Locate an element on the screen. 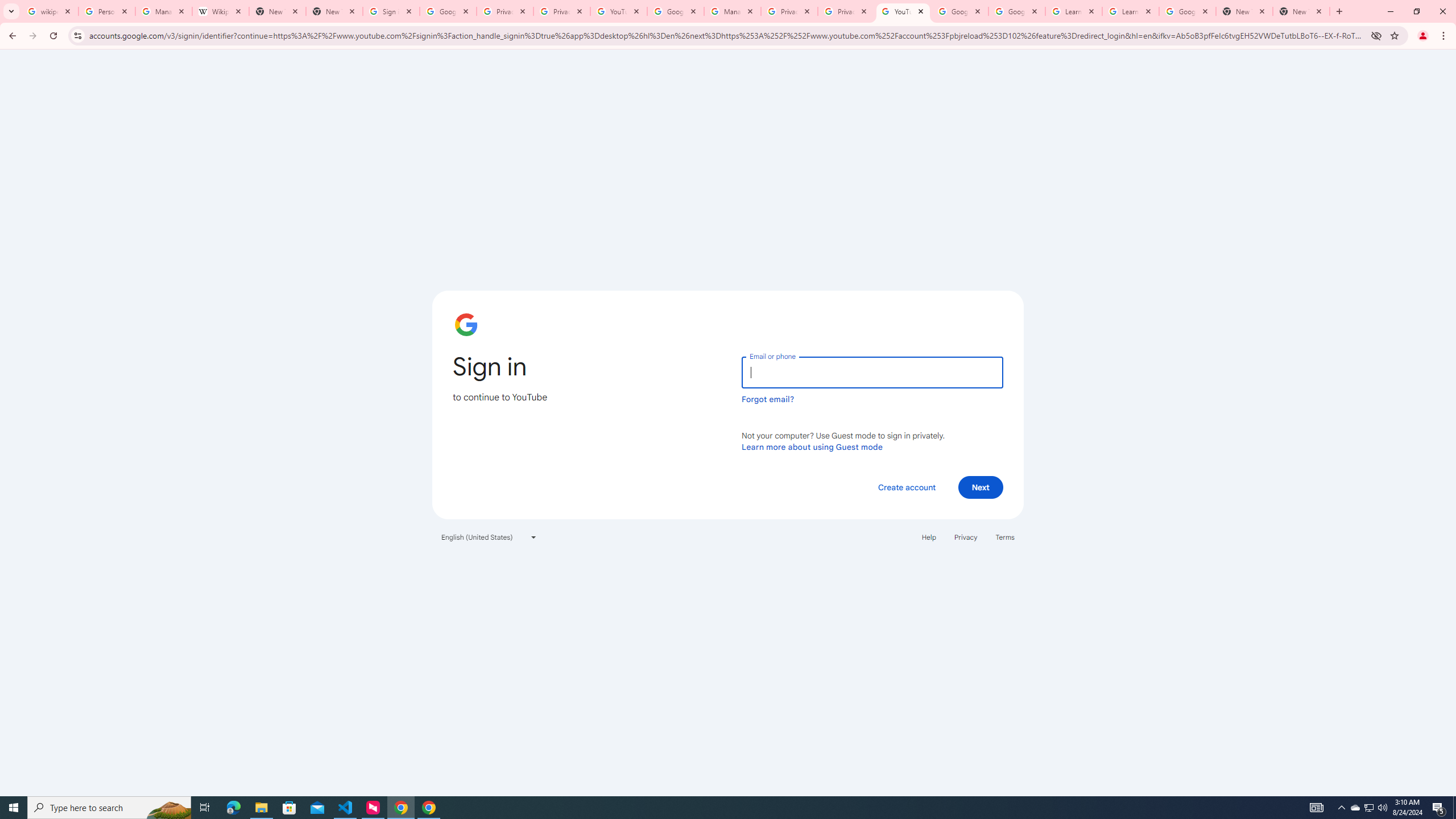 The width and height of the screenshot is (1456, 819). 'Personalization & Google Search results - Google Search Help' is located at coordinates (106, 11).